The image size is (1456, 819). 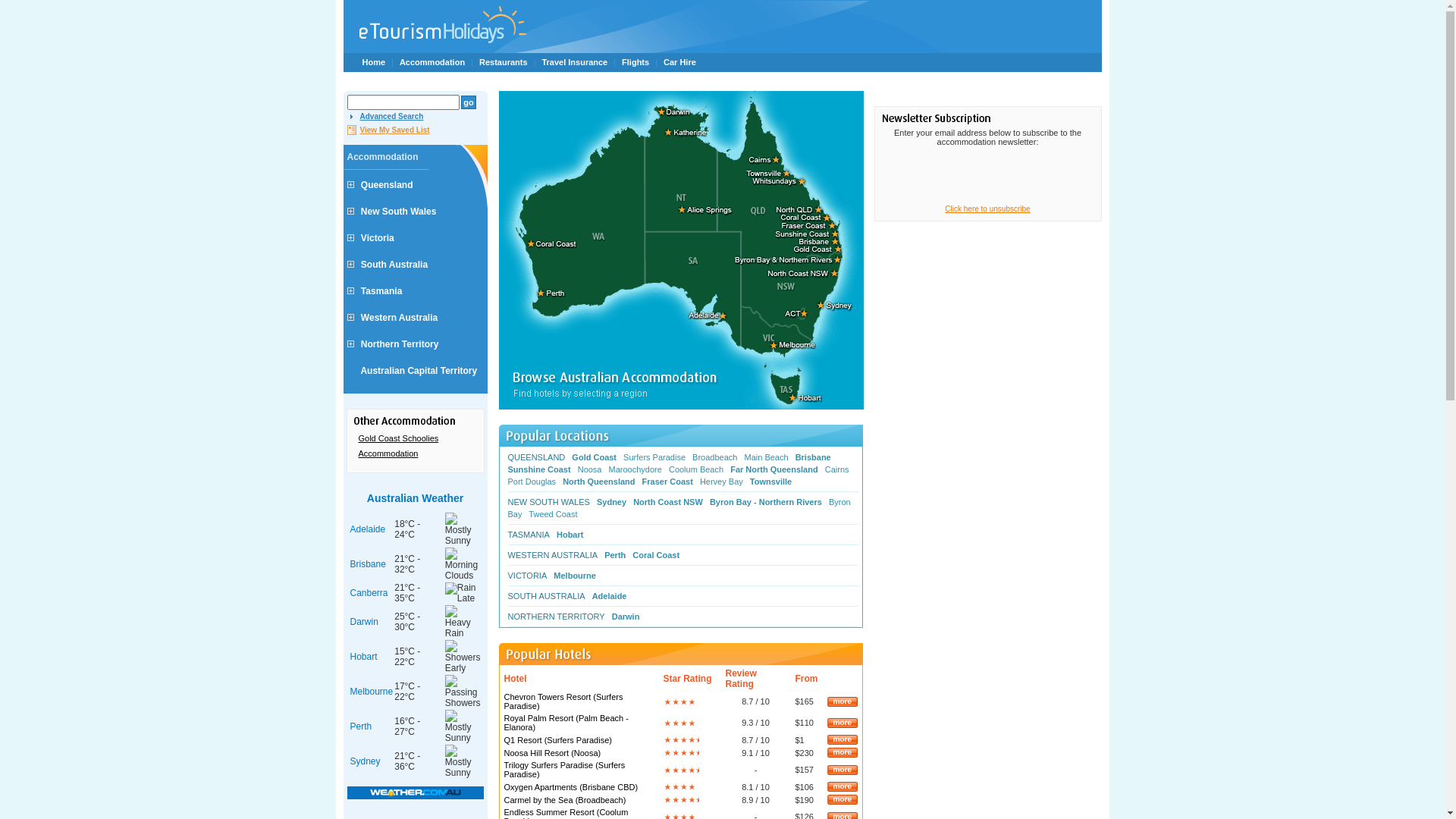 I want to click on 'Coolum Beach', so click(x=698, y=468).